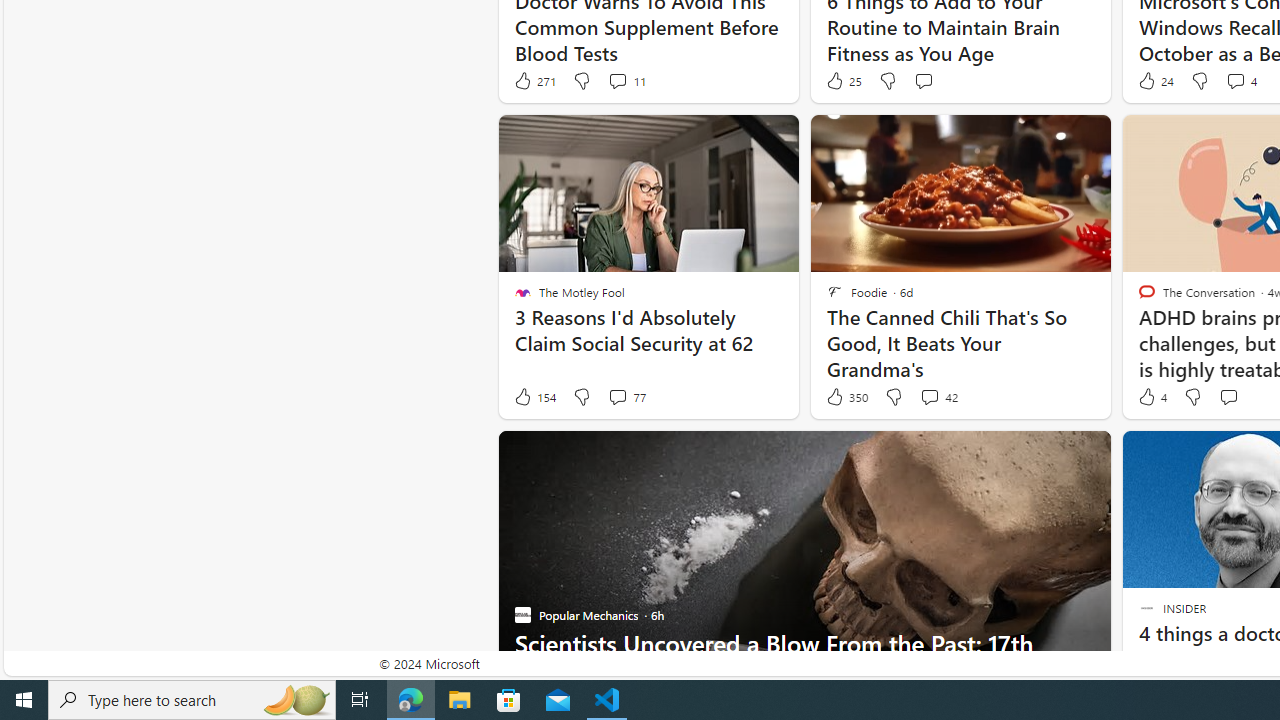 The width and height of the screenshot is (1280, 720). I want to click on '271 Like', so click(534, 80).